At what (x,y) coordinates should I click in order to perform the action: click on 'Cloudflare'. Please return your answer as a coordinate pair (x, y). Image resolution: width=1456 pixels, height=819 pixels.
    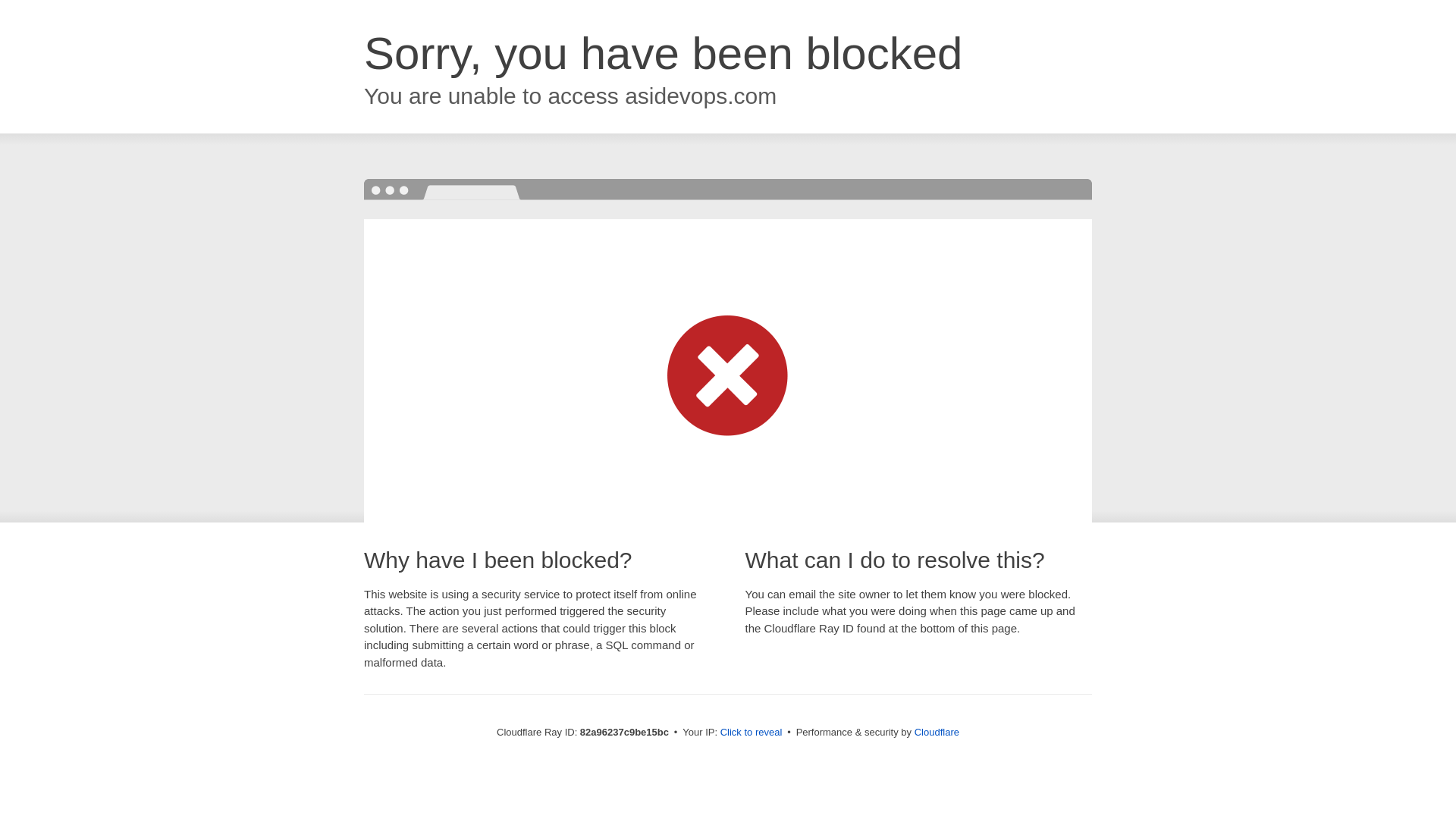
    Looking at the image, I should click on (936, 731).